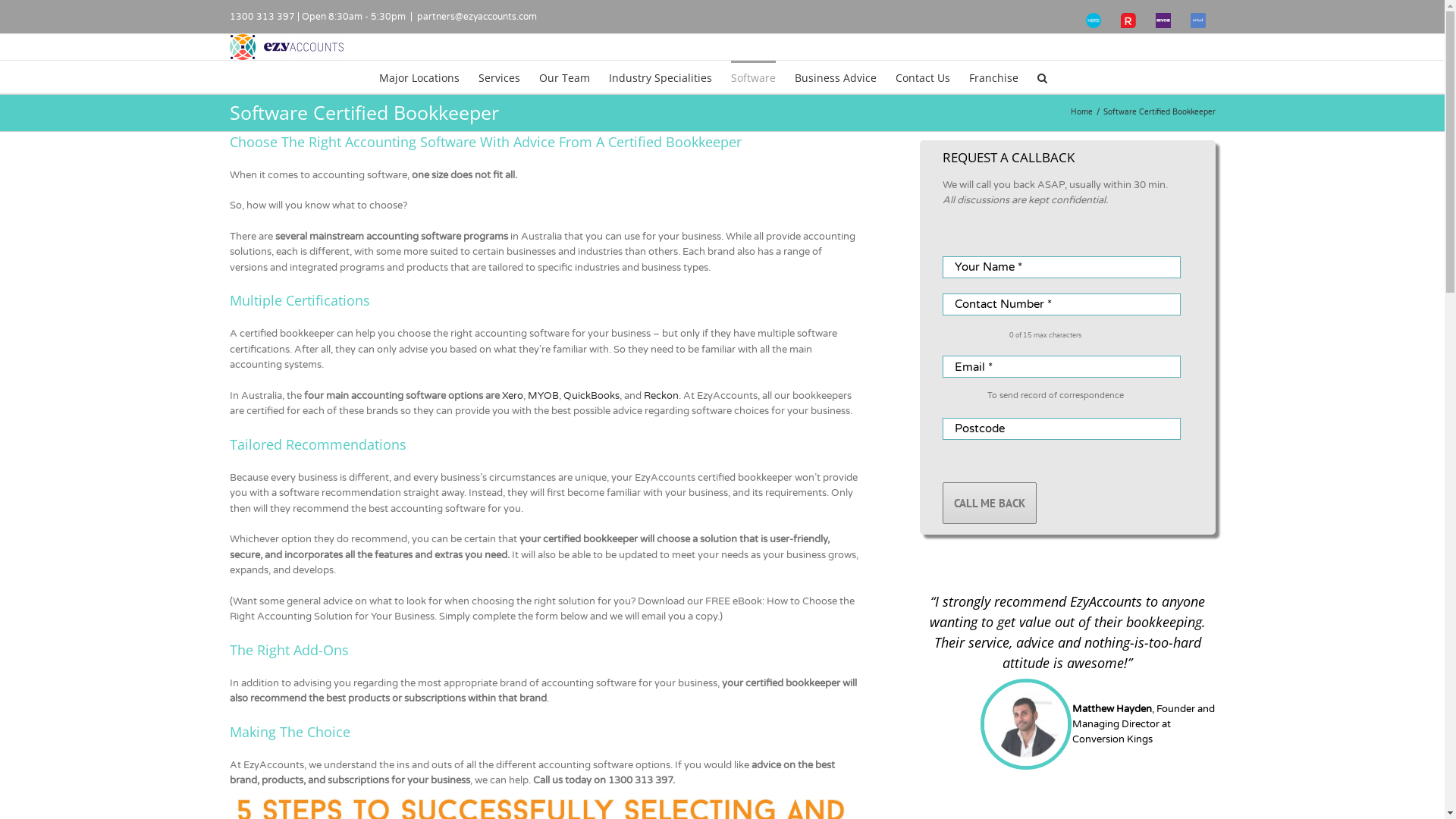  I want to click on 'Contact Us', so click(895, 77).